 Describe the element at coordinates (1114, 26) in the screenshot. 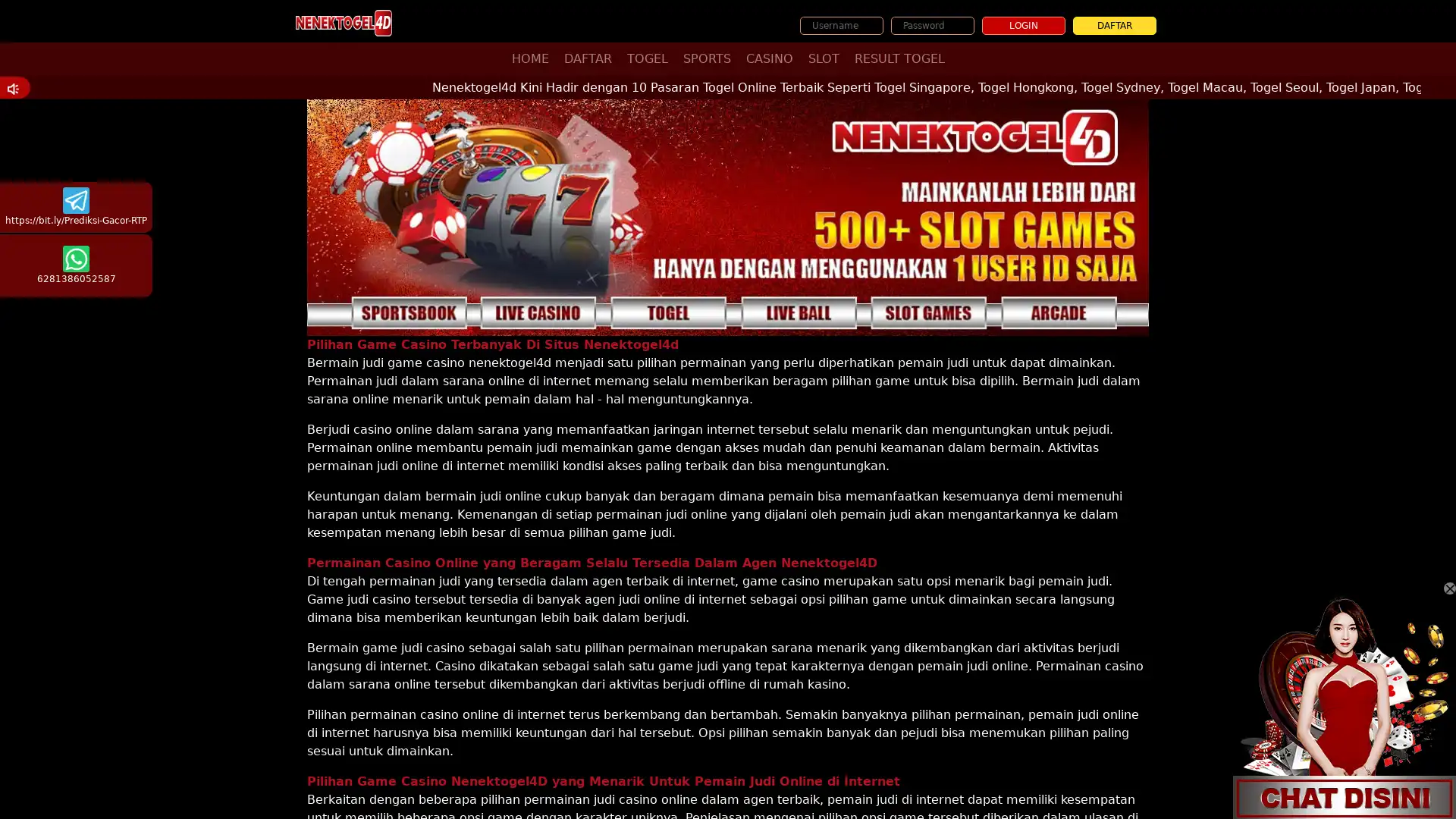

I see `DAFTAR` at that location.